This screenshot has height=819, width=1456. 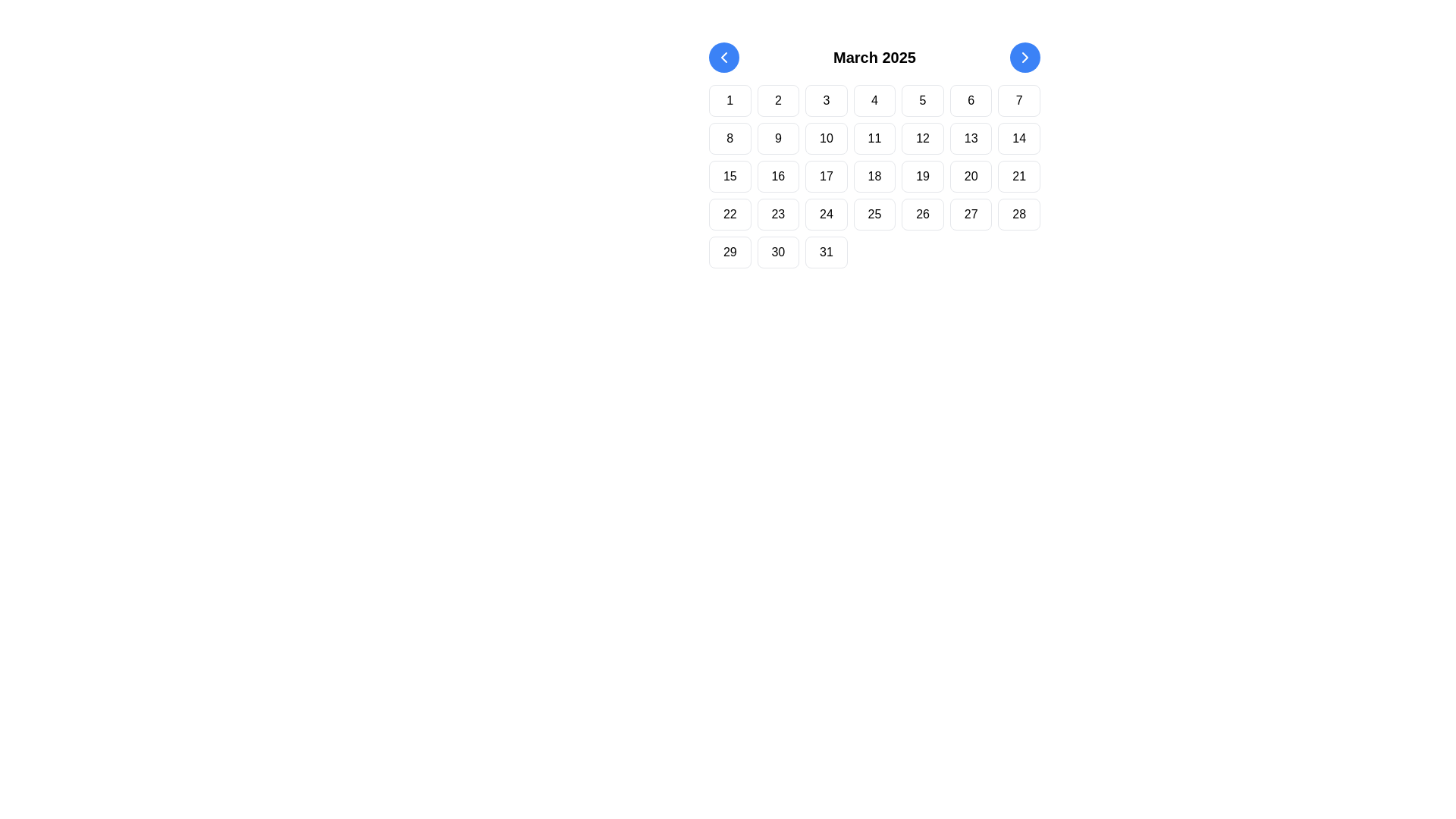 What do you see at coordinates (825, 138) in the screenshot?
I see `the button representing the date '10' in the calendar interface` at bounding box center [825, 138].